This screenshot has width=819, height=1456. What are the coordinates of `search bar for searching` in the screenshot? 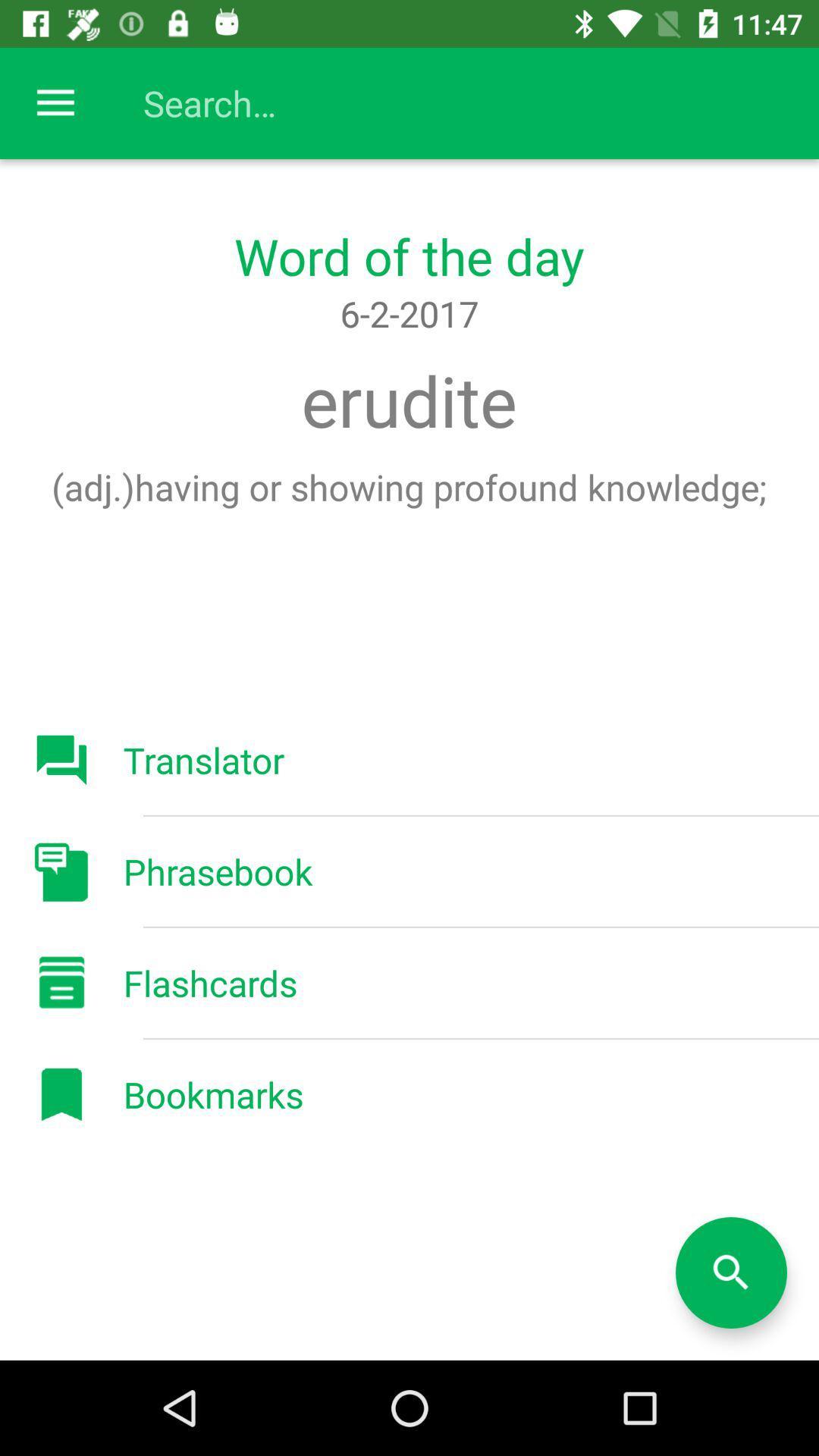 It's located at (425, 102).